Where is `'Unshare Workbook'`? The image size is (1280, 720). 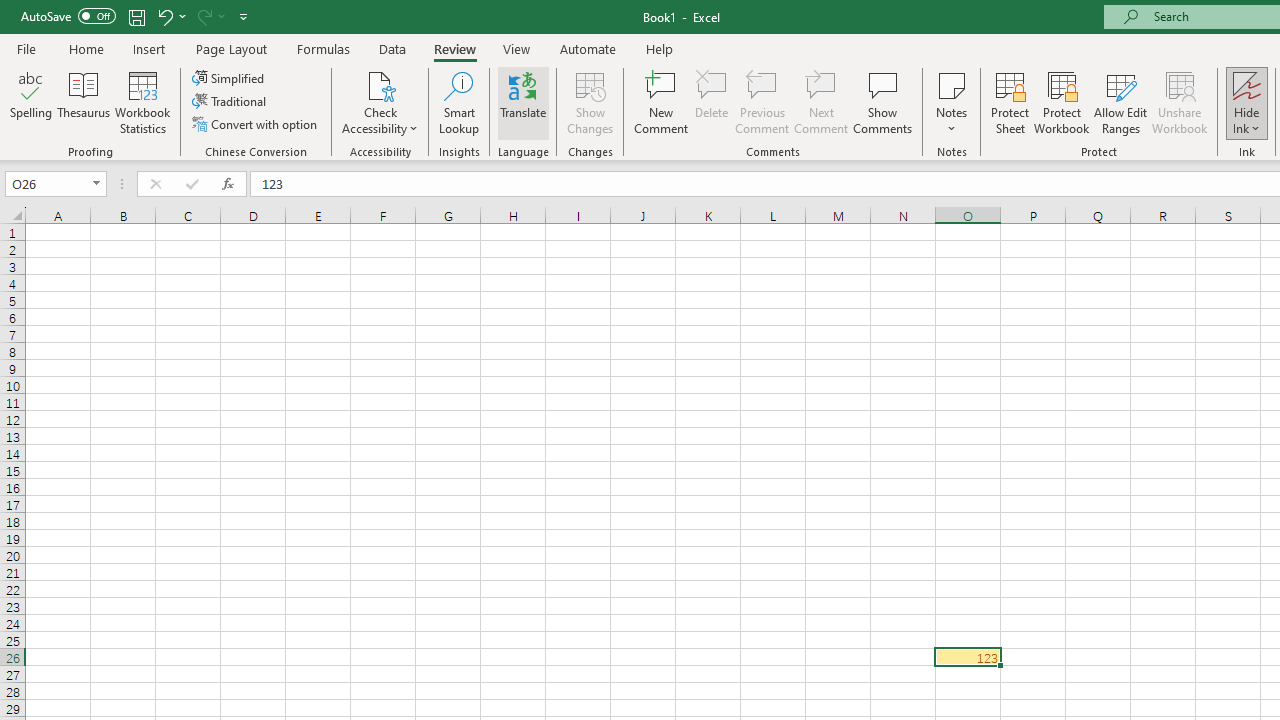
'Unshare Workbook' is located at coordinates (1179, 103).